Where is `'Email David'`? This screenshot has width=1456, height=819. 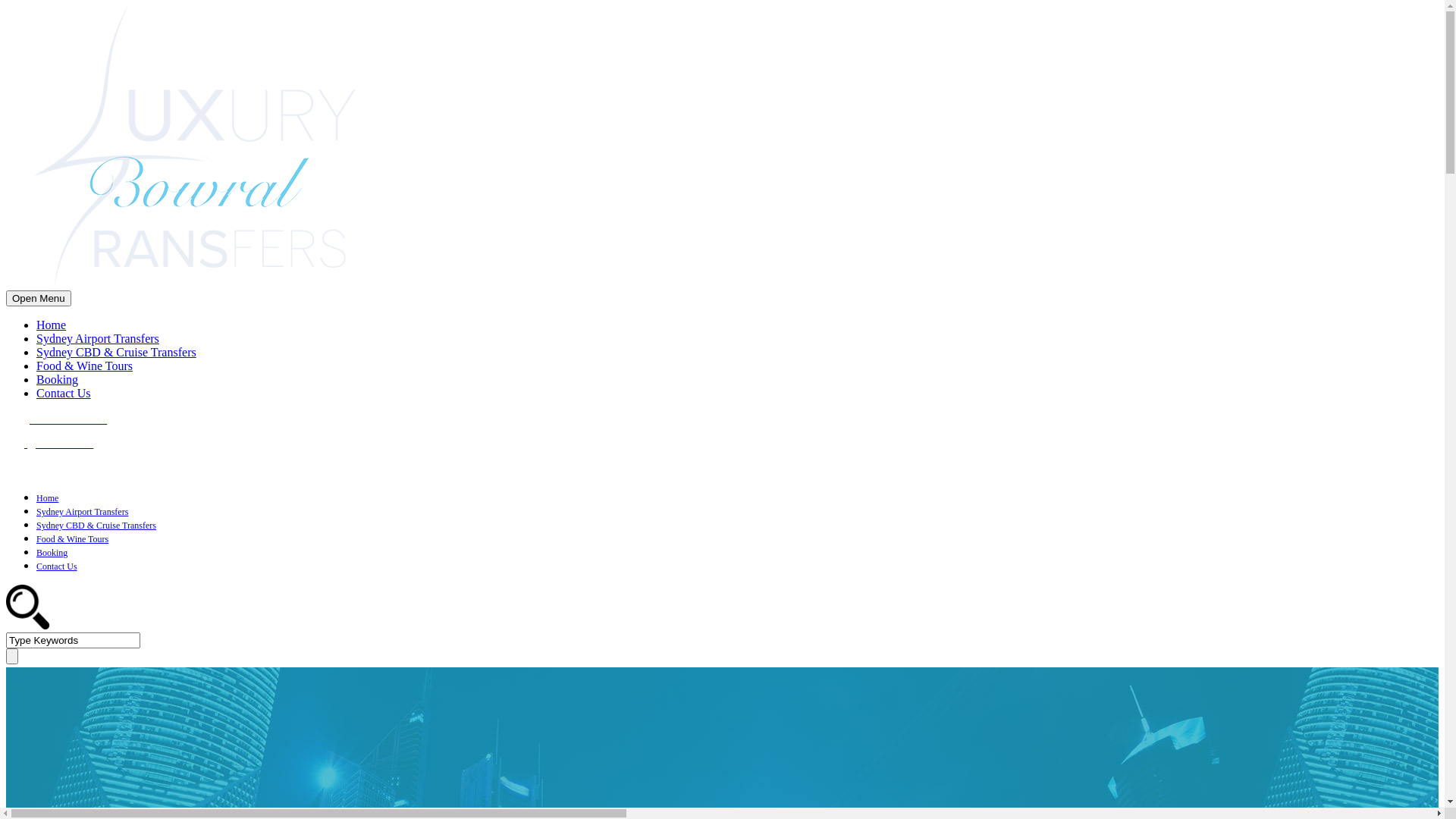 'Email David' is located at coordinates (49, 443).